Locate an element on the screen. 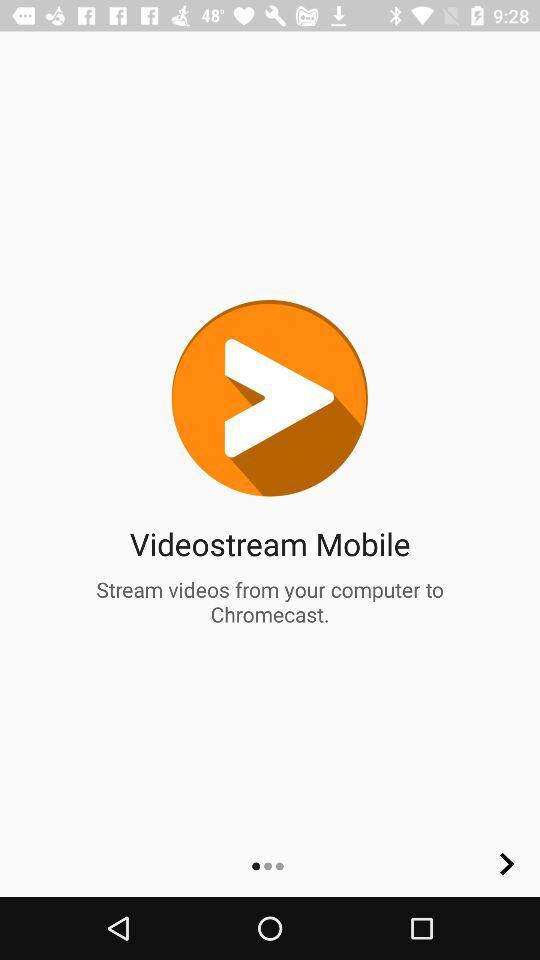  next the option is located at coordinates (507, 863).